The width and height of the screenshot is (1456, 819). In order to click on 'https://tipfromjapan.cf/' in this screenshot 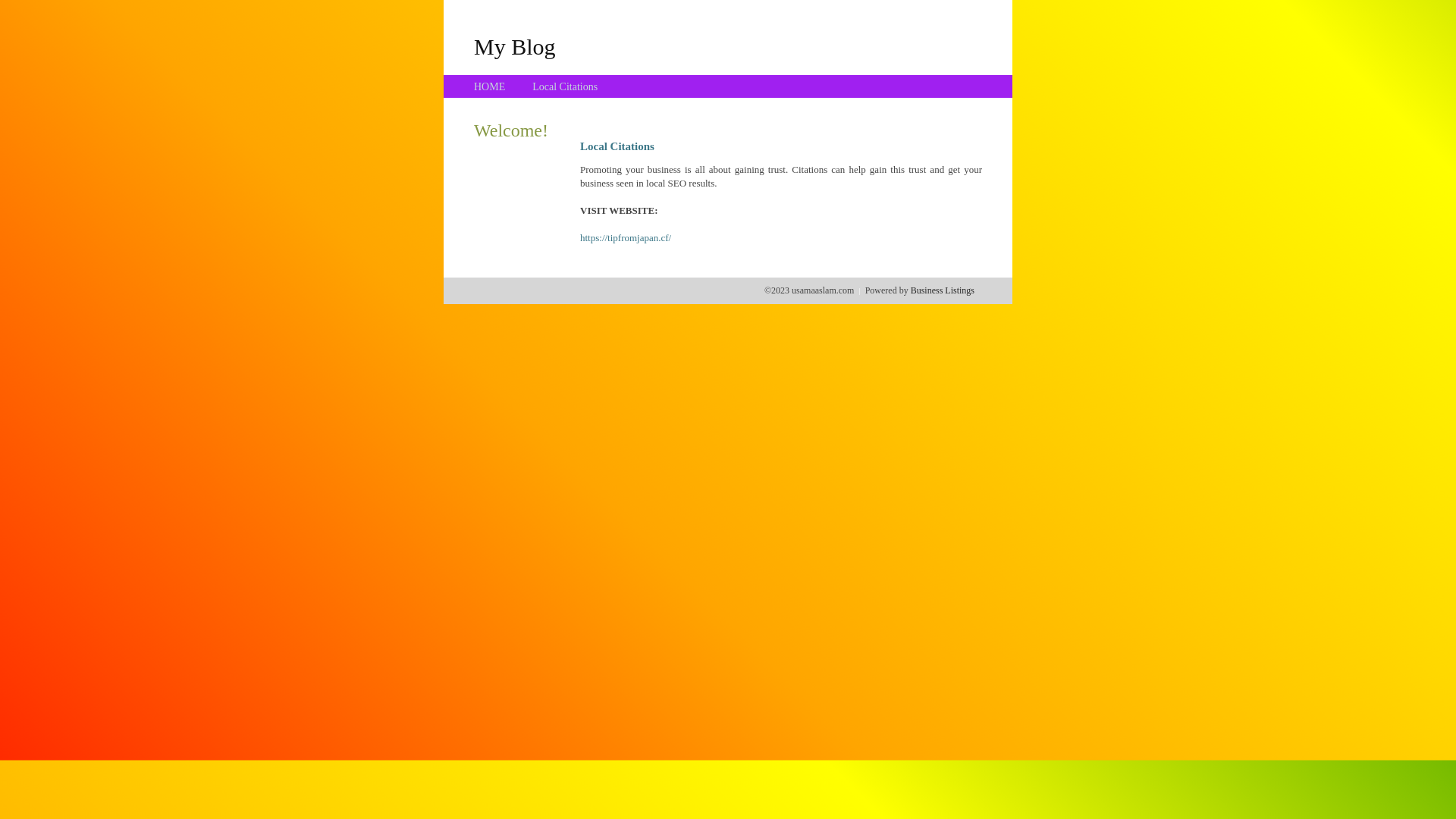, I will do `click(626, 237)`.